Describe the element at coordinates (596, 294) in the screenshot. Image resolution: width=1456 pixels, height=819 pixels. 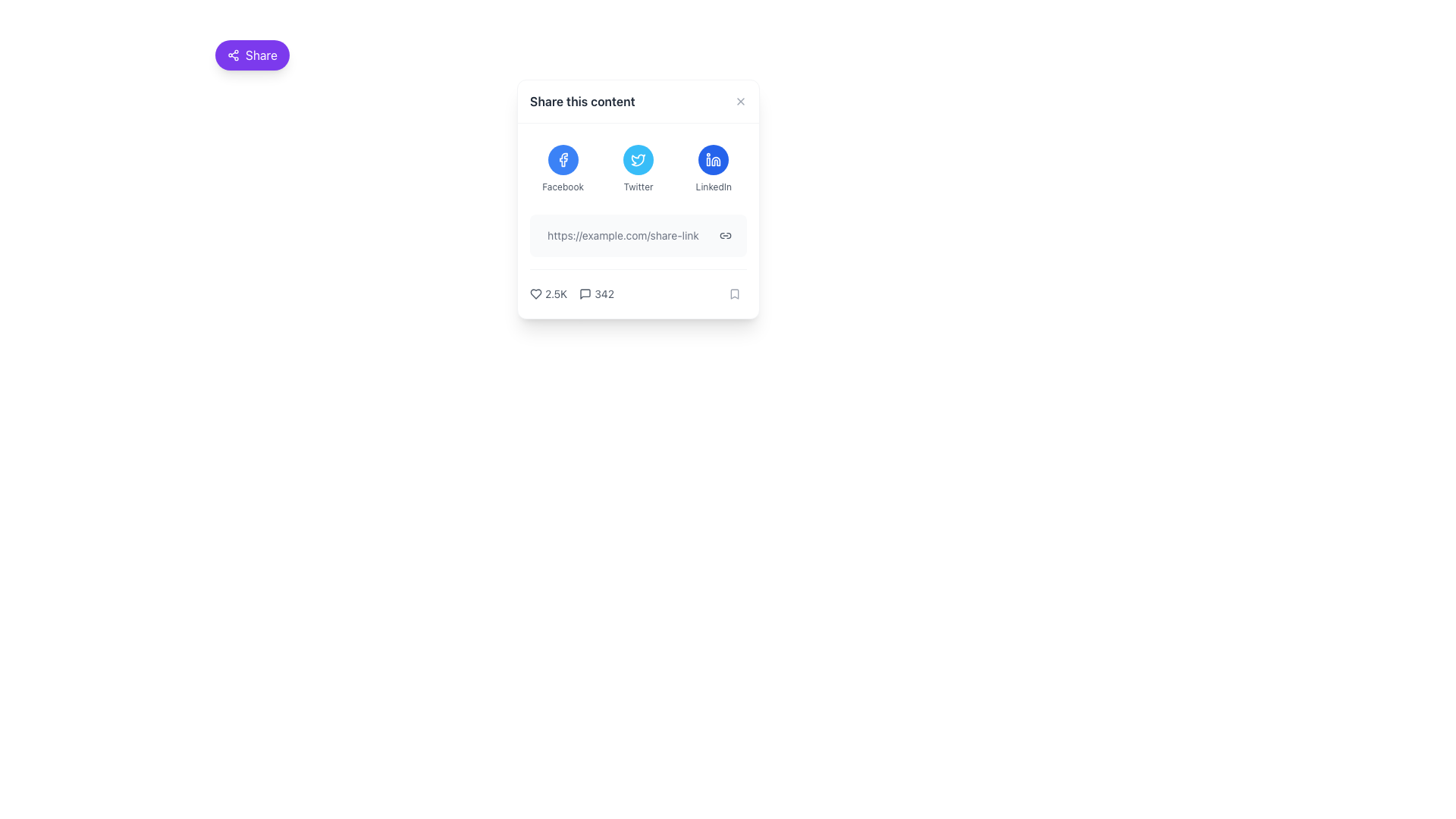
I see `the numeric text '342' displayed in gray color next to the speech bubble icon` at that location.